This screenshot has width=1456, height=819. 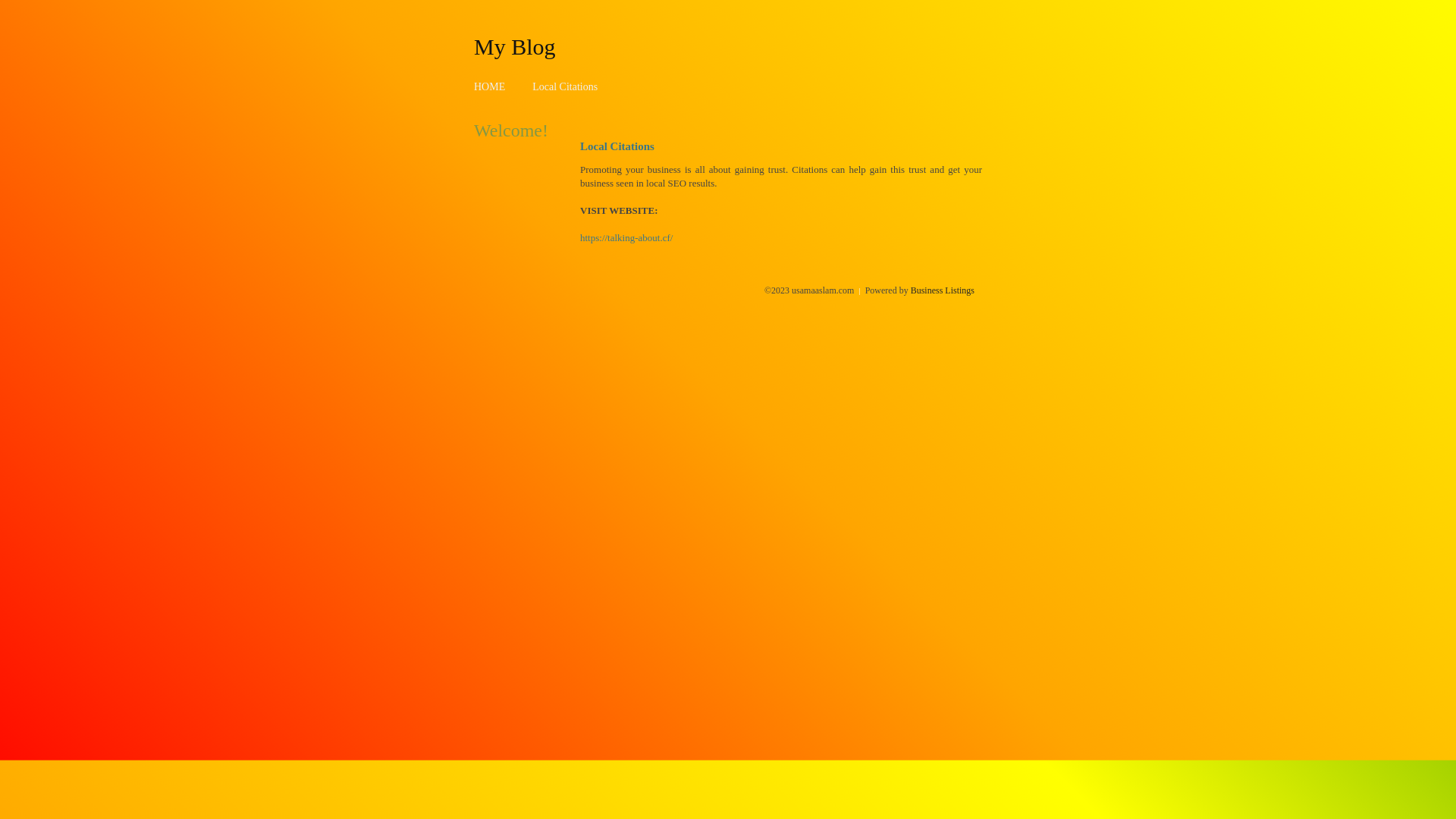 What do you see at coordinates (563, 86) in the screenshot?
I see `'Local Citations'` at bounding box center [563, 86].